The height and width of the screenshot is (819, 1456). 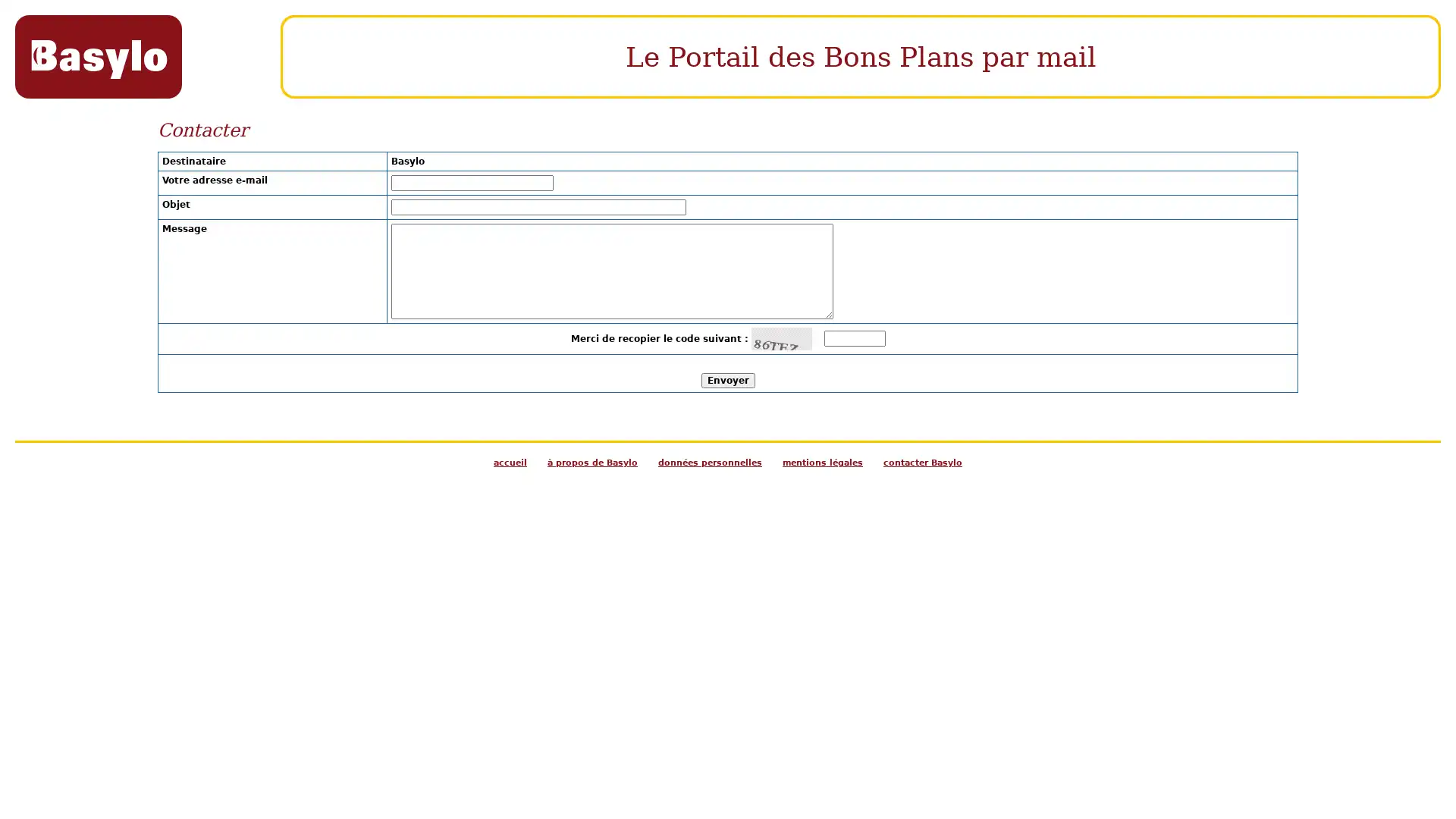 I want to click on Envoyer, so click(x=726, y=379).